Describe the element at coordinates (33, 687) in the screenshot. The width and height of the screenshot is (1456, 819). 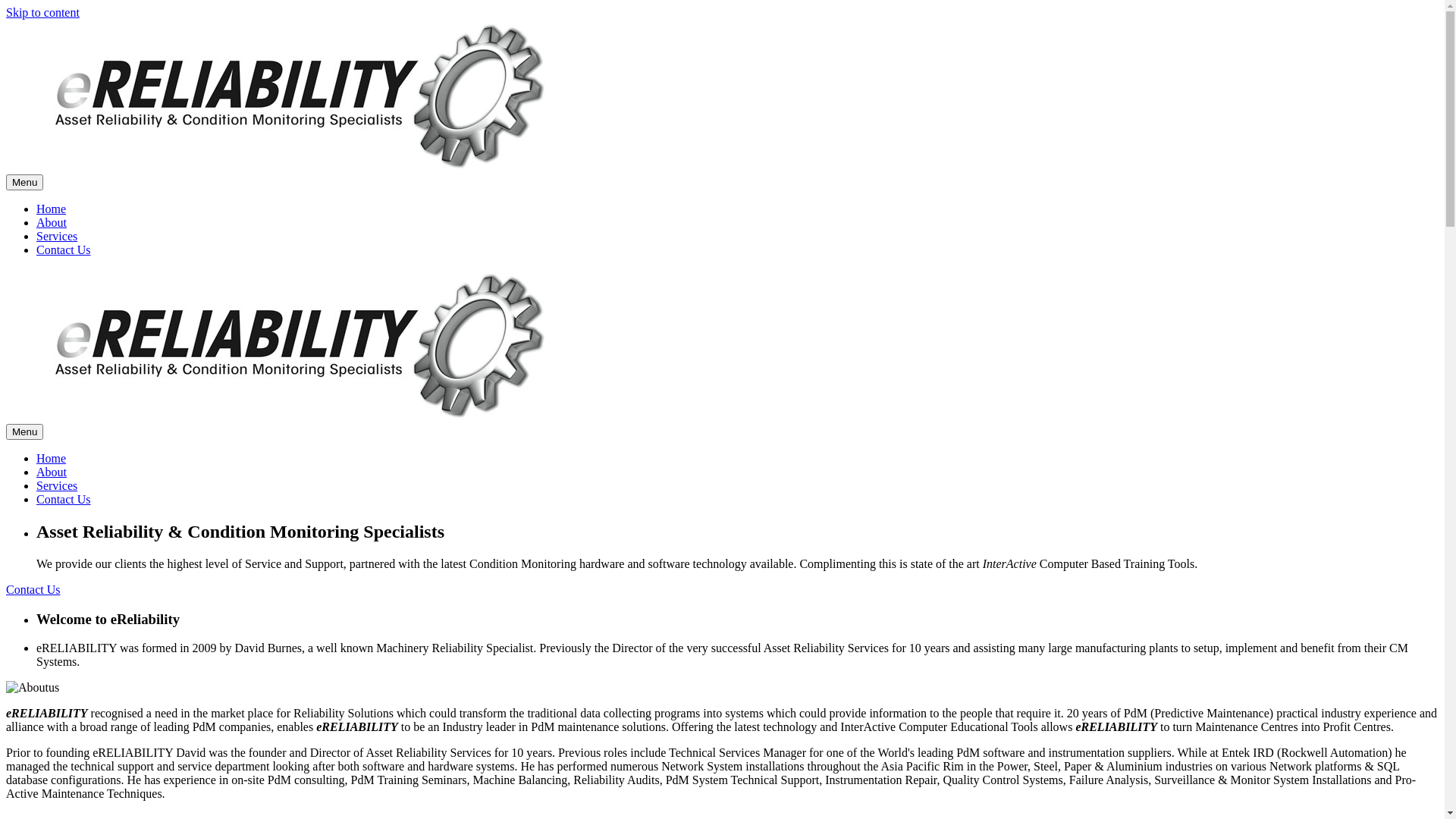
I see `'Aboutus'` at that location.